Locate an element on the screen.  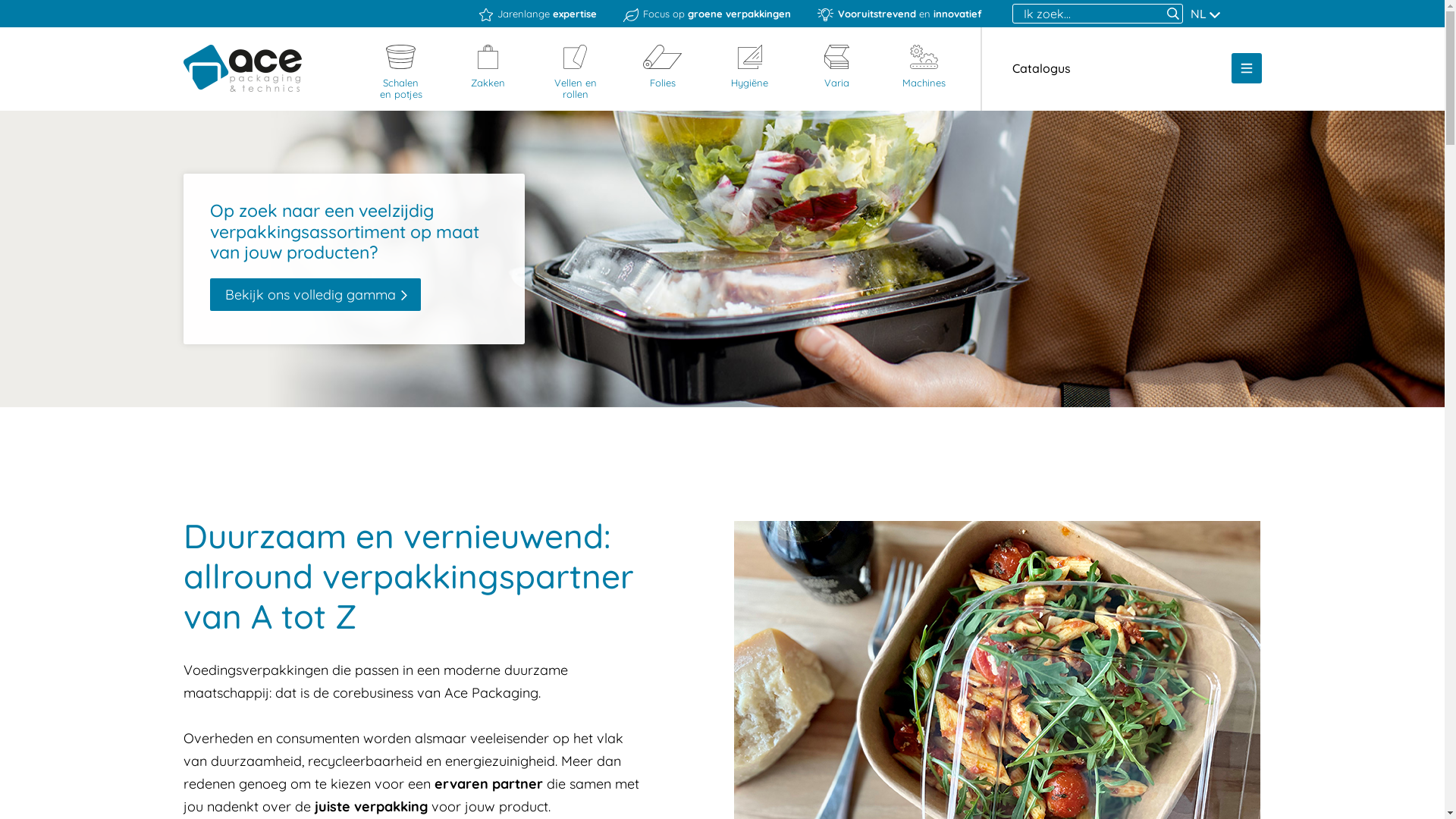
'Bekijk ons volledig gamma' is located at coordinates (313, 295).